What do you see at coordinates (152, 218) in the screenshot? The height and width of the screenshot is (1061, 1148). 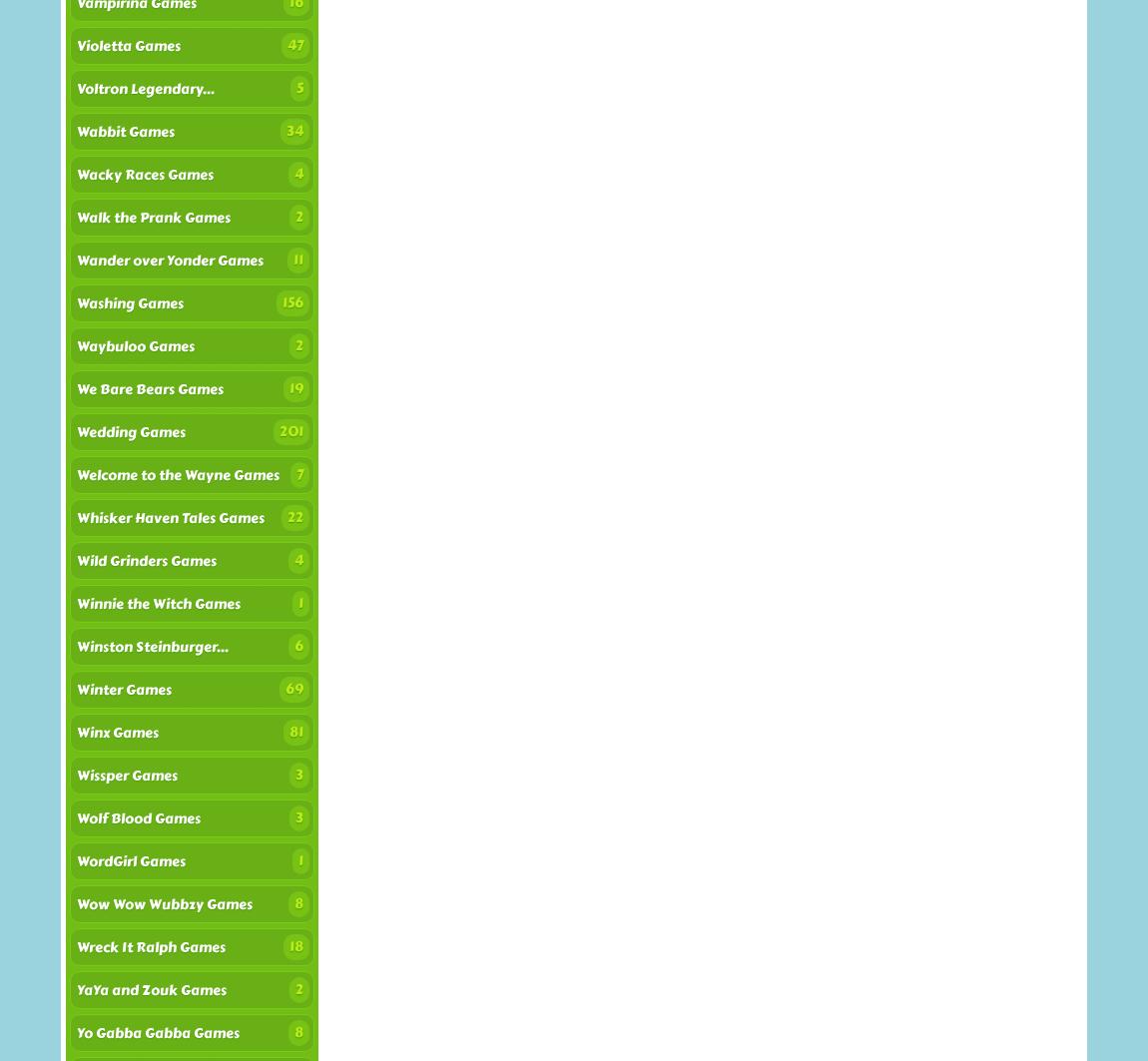 I see `'Walk the Prank Games'` at bounding box center [152, 218].